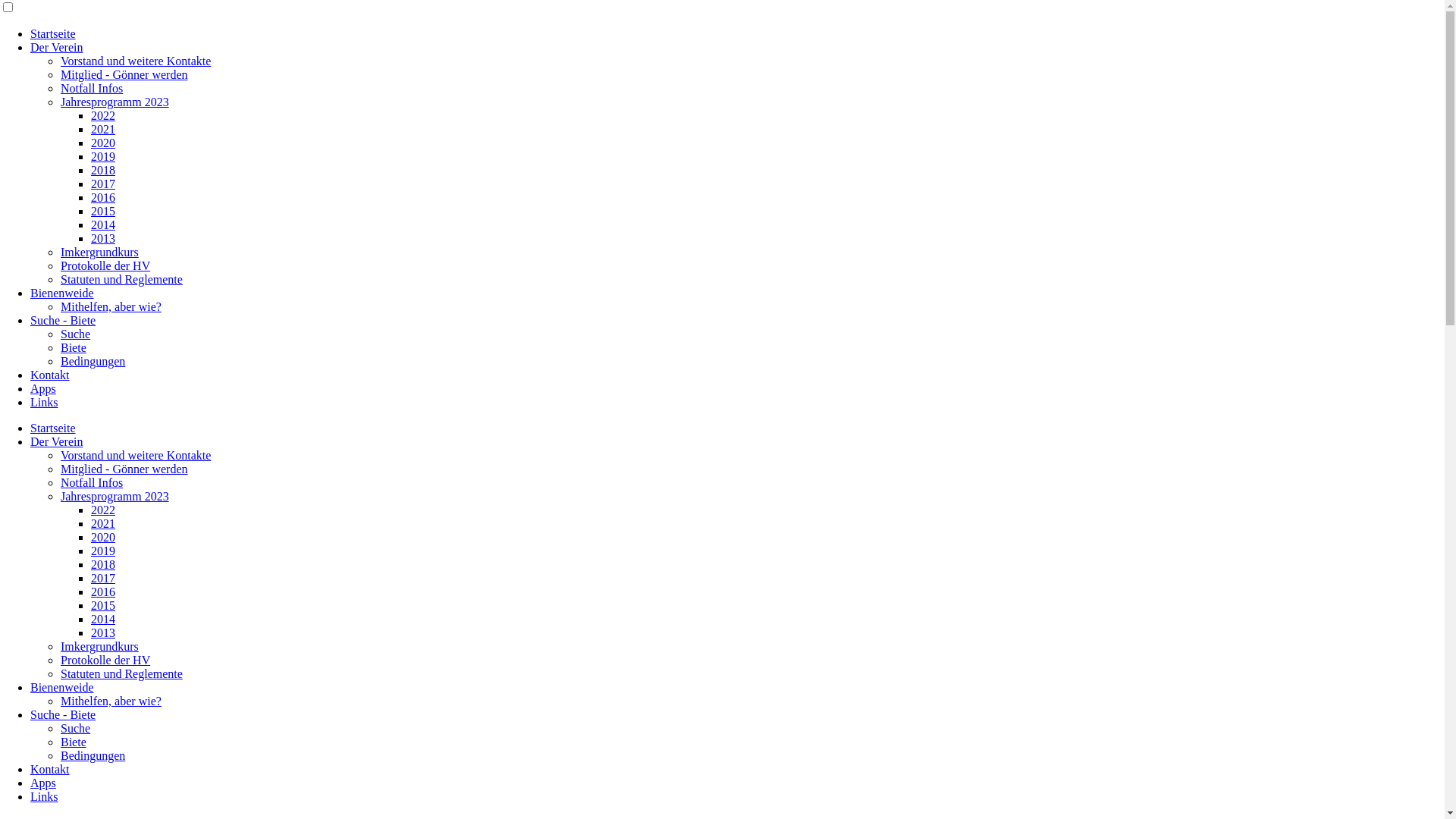 The height and width of the screenshot is (819, 1456). Describe the element at coordinates (121, 673) in the screenshot. I see `'Statuten und Reglemente'` at that location.